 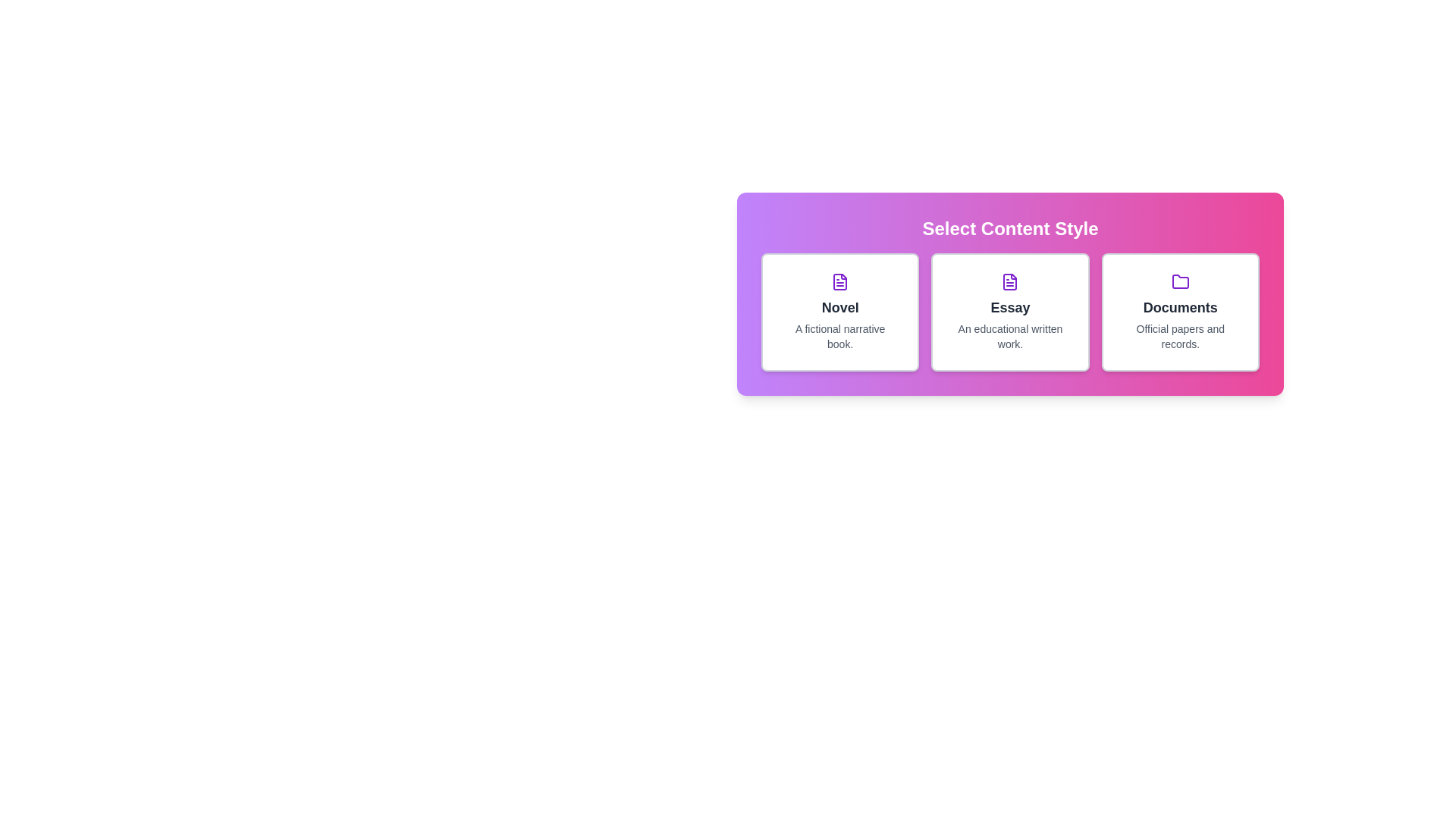 I want to click on the Interactive selection card for the 'Essay' content style, which is the second card in the row of three cards within the 'Select Content Style' section, so click(x=1010, y=294).